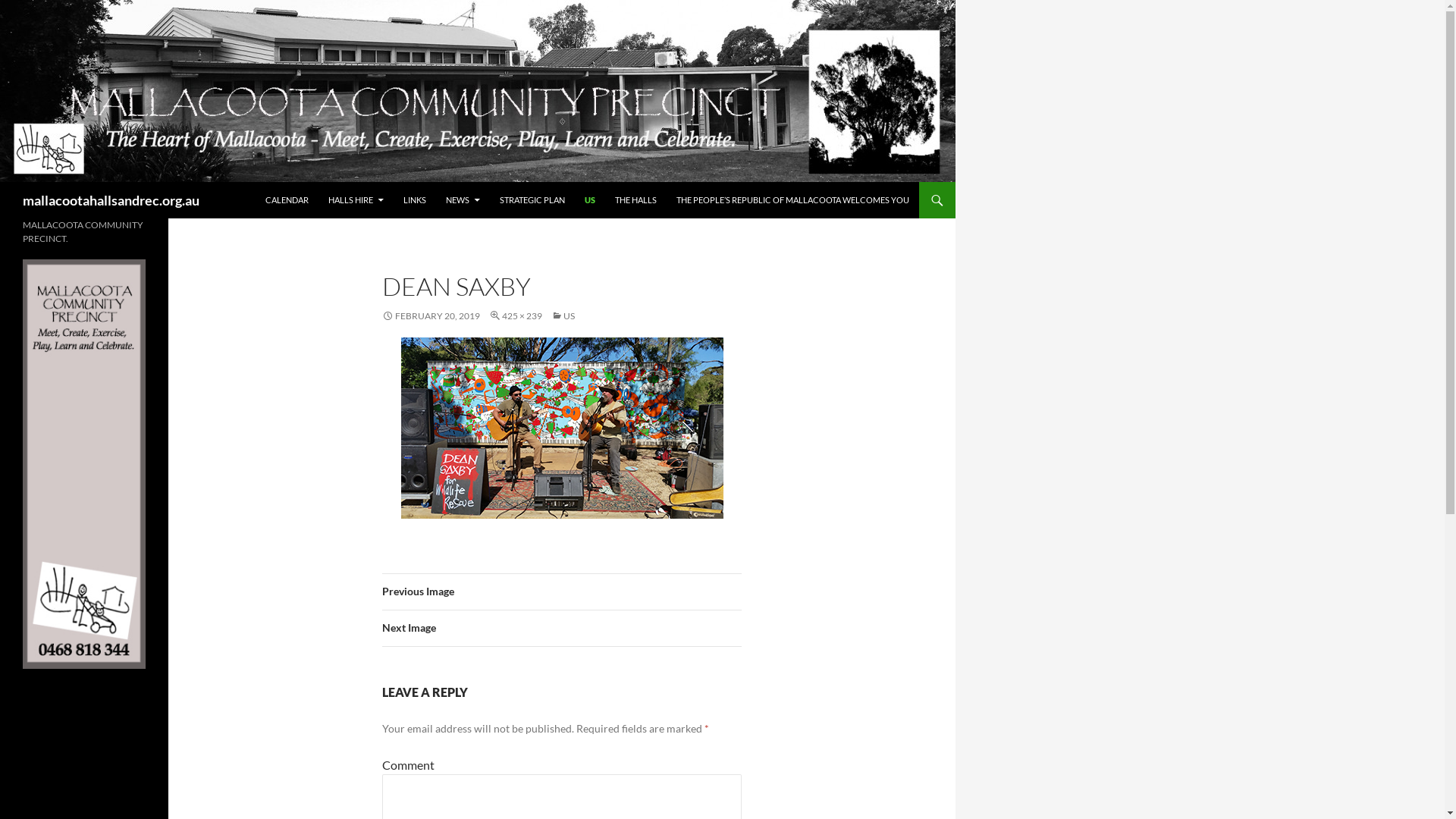 The height and width of the screenshot is (819, 1456). What do you see at coordinates (265, 181) in the screenshot?
I see `'SKIP TO CONTENT'` at bounding box center [265, 181].